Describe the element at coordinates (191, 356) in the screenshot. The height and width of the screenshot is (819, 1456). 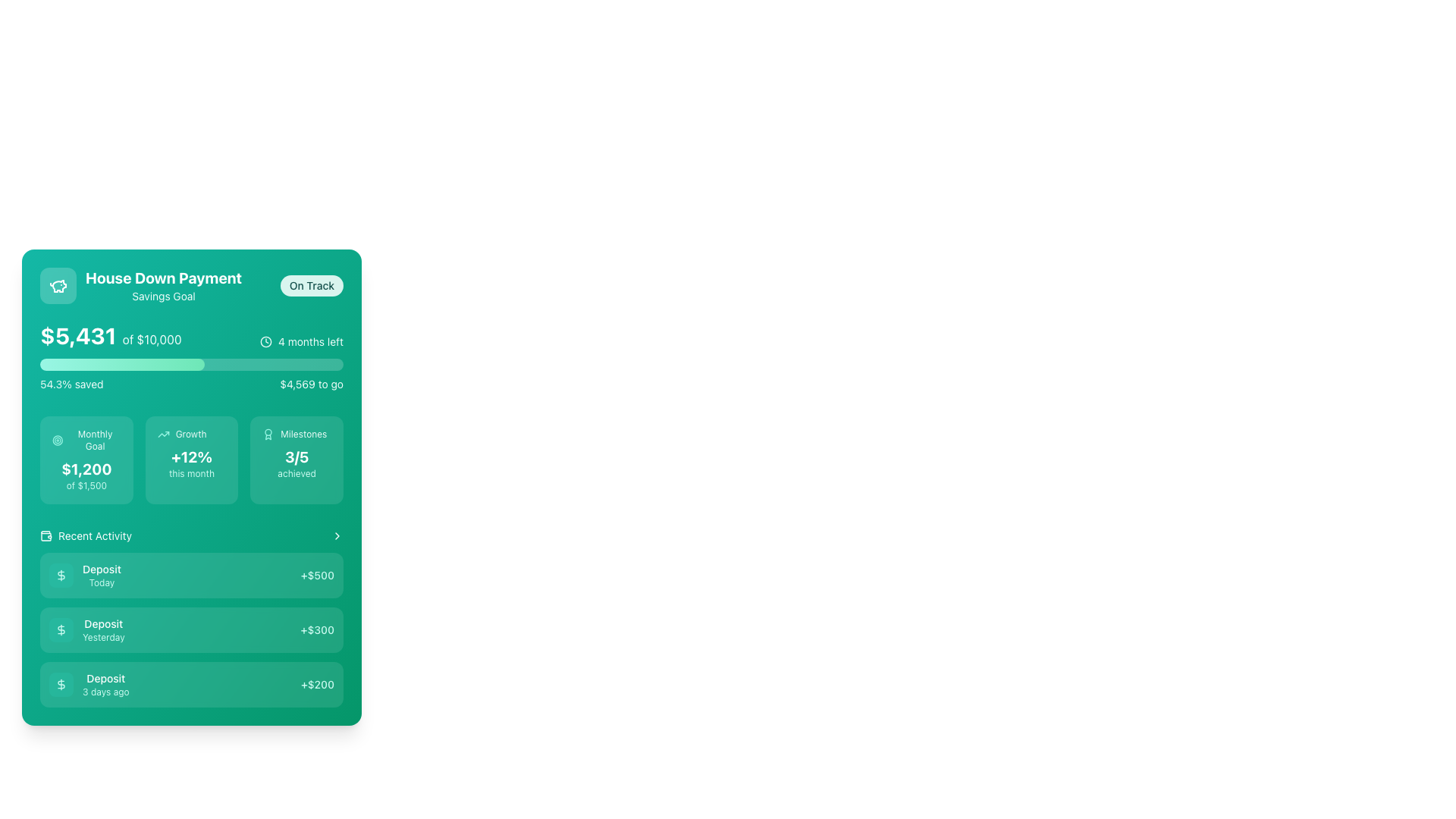
I see `the progress bar located below the title 'House Down Payment' in the main card-like section, which visually represents progress toward a financial savings goal` at that location.